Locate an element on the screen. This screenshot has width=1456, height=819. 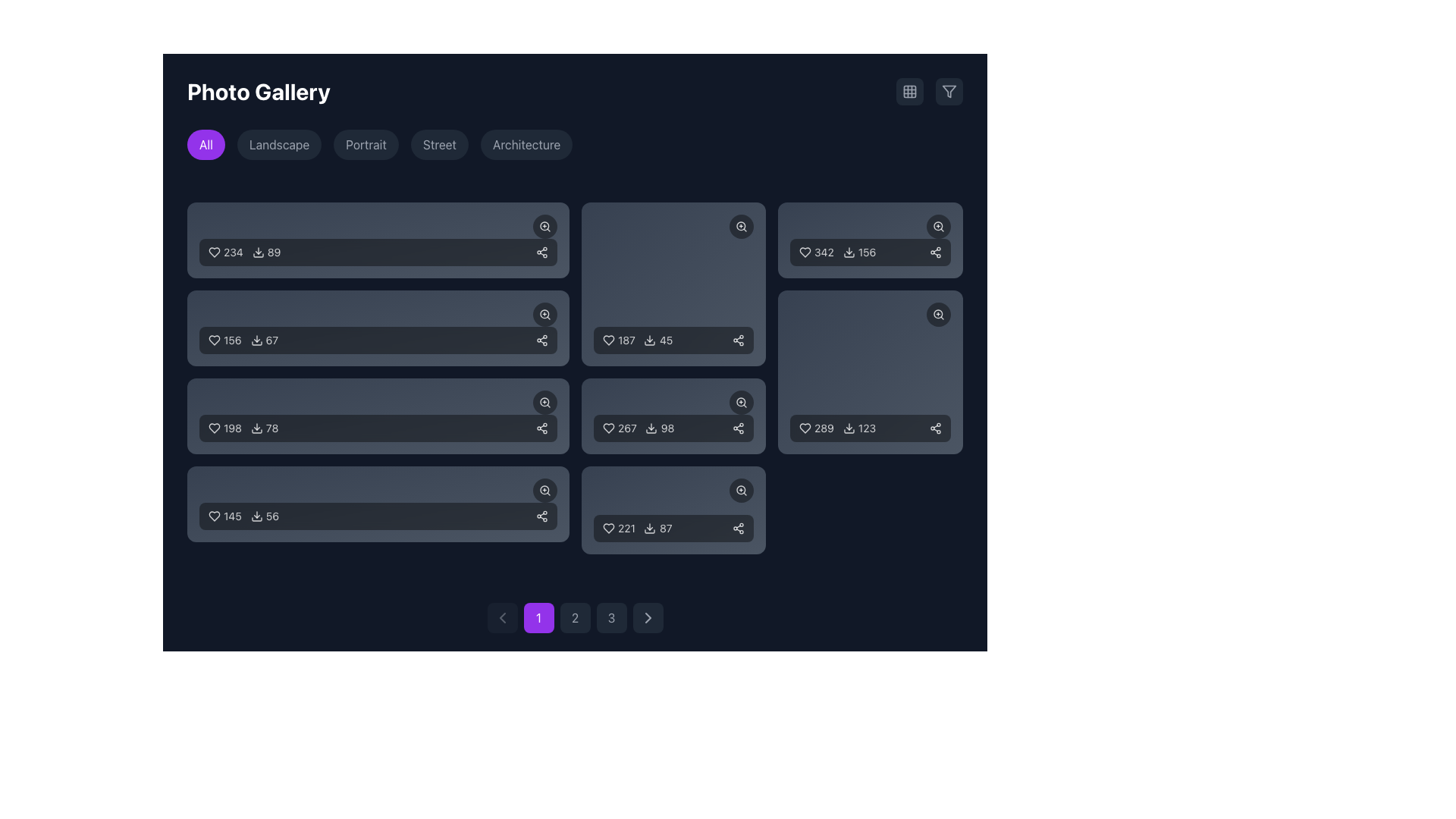
numerical value displayed in the Text Label, which represents a count such as the number of downloads, located at the bottom of a card and aligned with the right edge is located at coordinates (867, 251).